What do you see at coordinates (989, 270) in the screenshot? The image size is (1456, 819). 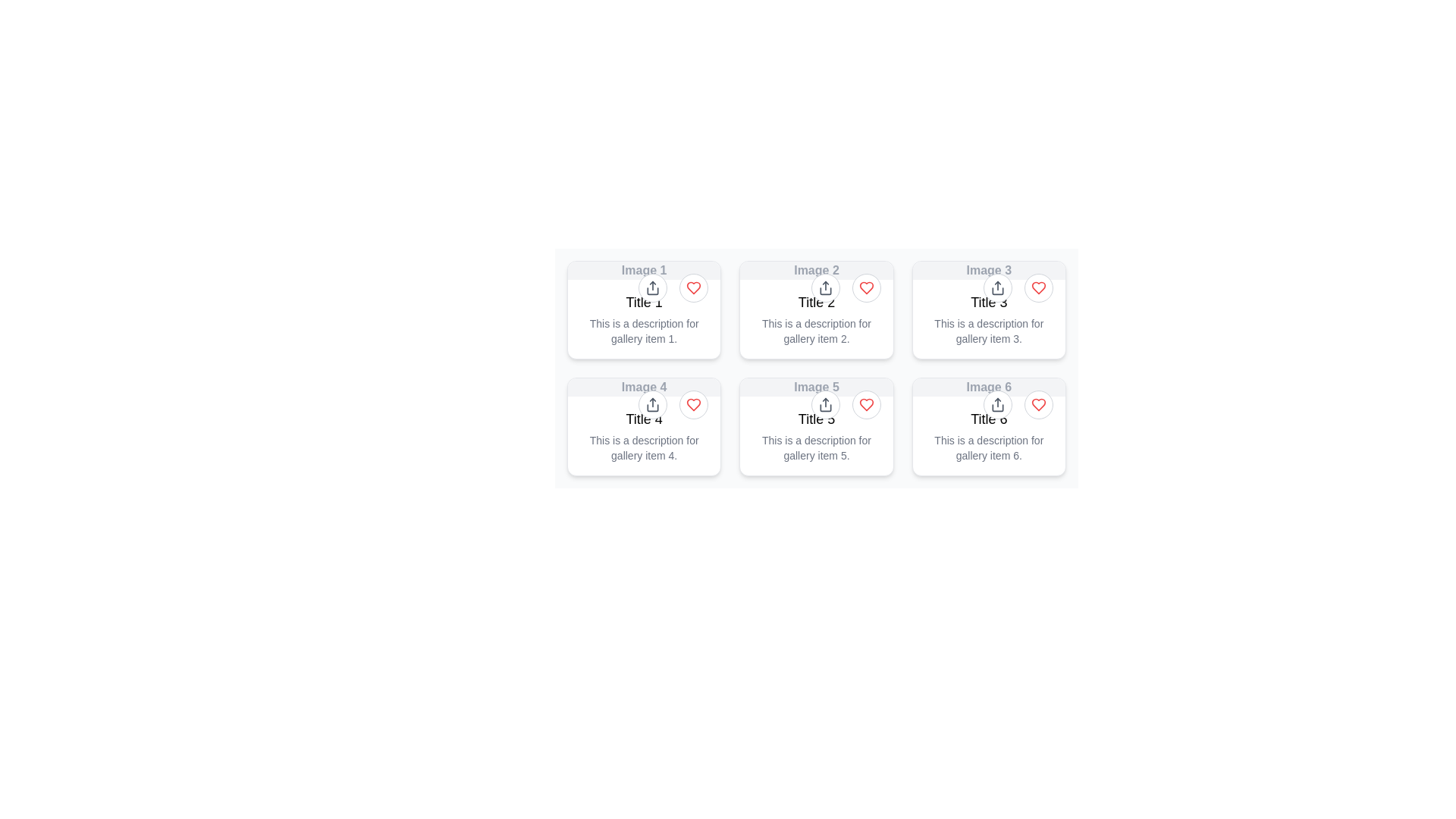 I see `the text label that identifies the gallery item as 'Image 3', positioned at the center of the top segment of the gallery card for the third item` at bounding box center [989, 270].